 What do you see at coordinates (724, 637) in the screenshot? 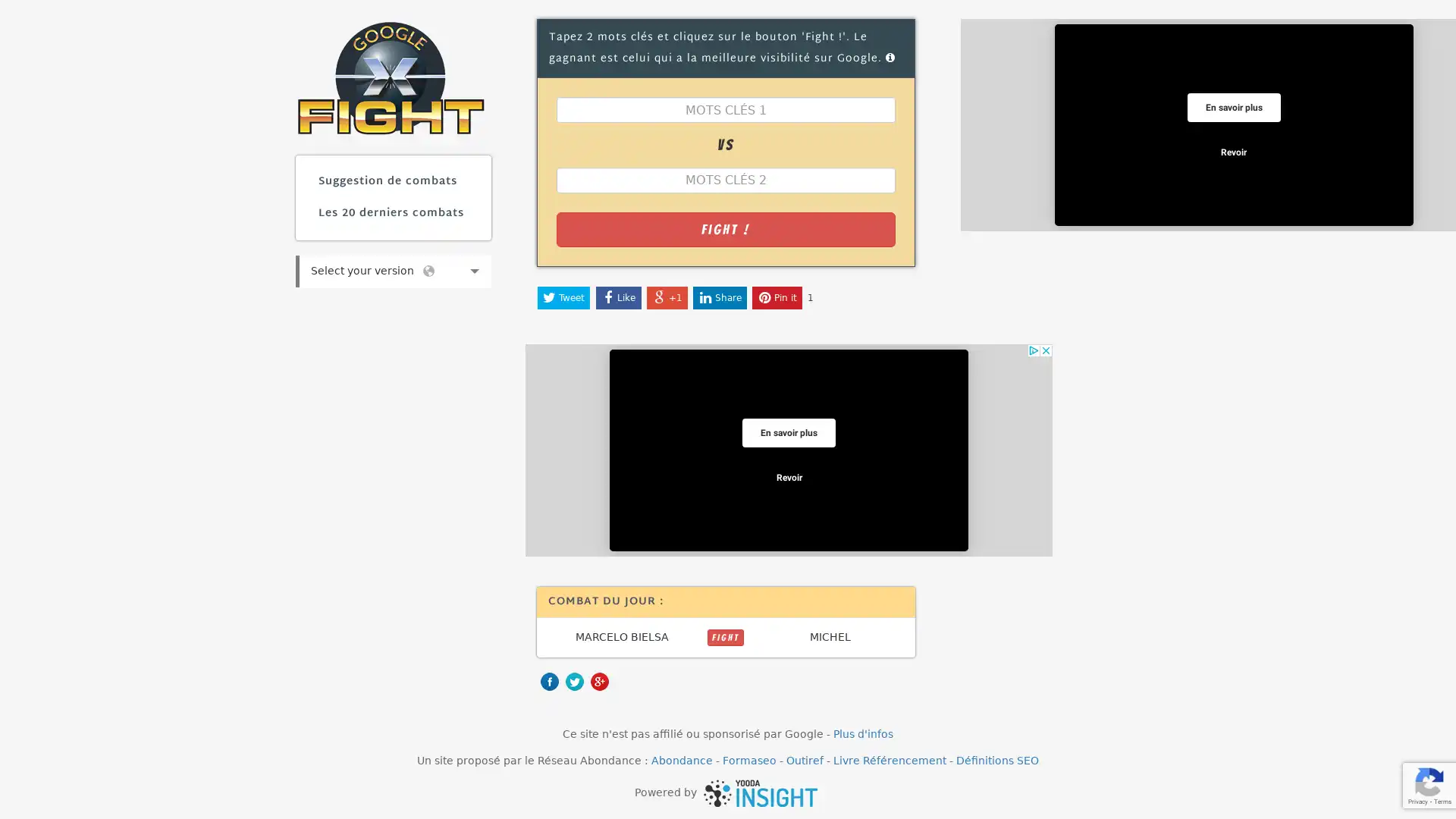
I see `FIGHT` at bounding box center [724, 637].